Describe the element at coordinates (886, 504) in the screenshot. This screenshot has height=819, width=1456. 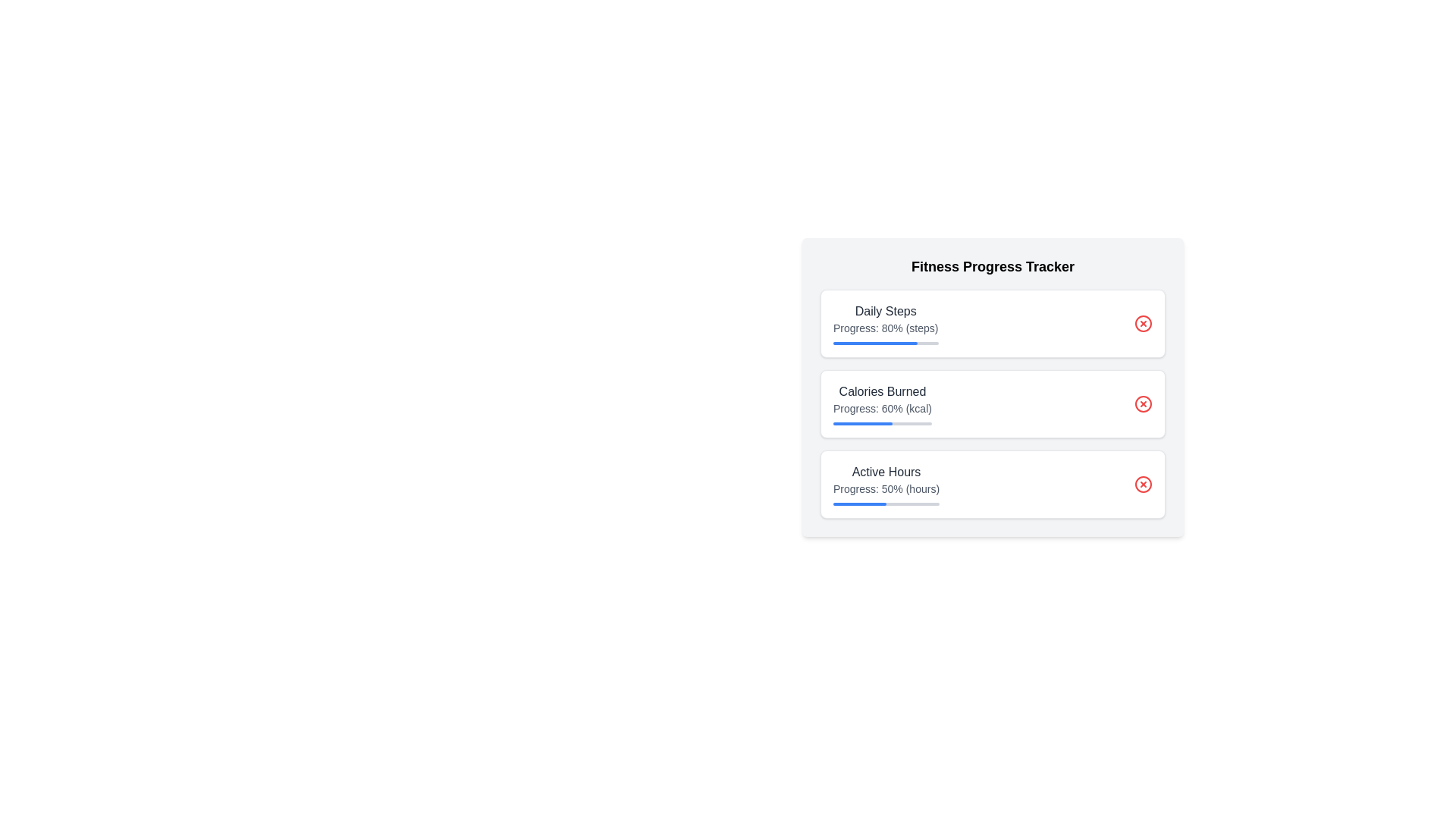
I see `the progress visually on the thin horizontal progress bar located in the 'Active Hours' section of the 'Fitness Progress Tracker', which is below the 'Active Hours' text and the 'Progress: 50% (hours)' label` at that location.